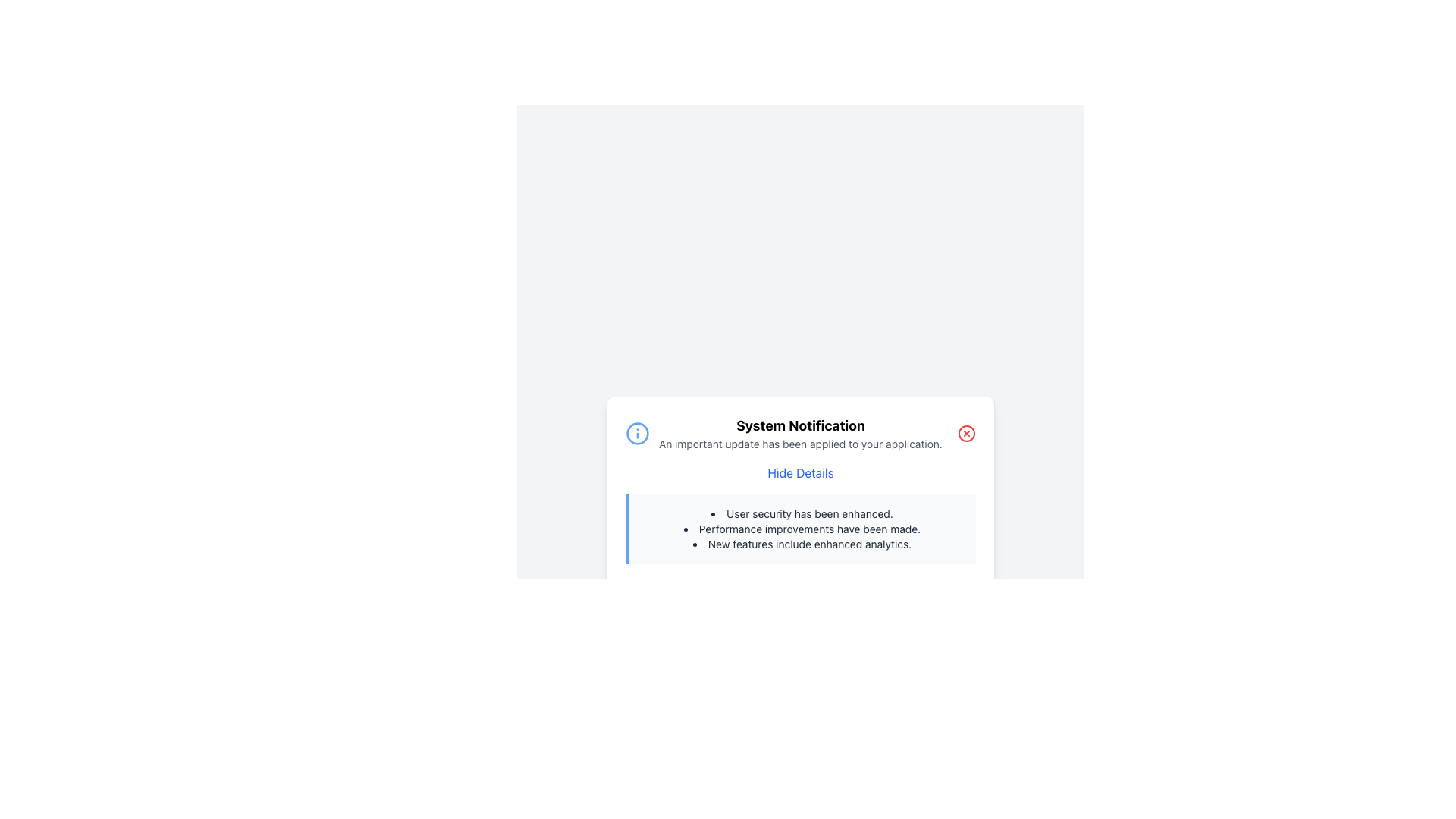  I want to click on the red circular close button marked with an 'X' located at the top-right corner of the banner displaying the 'System Notification' message for keyboard navigation, so click(966, 433).